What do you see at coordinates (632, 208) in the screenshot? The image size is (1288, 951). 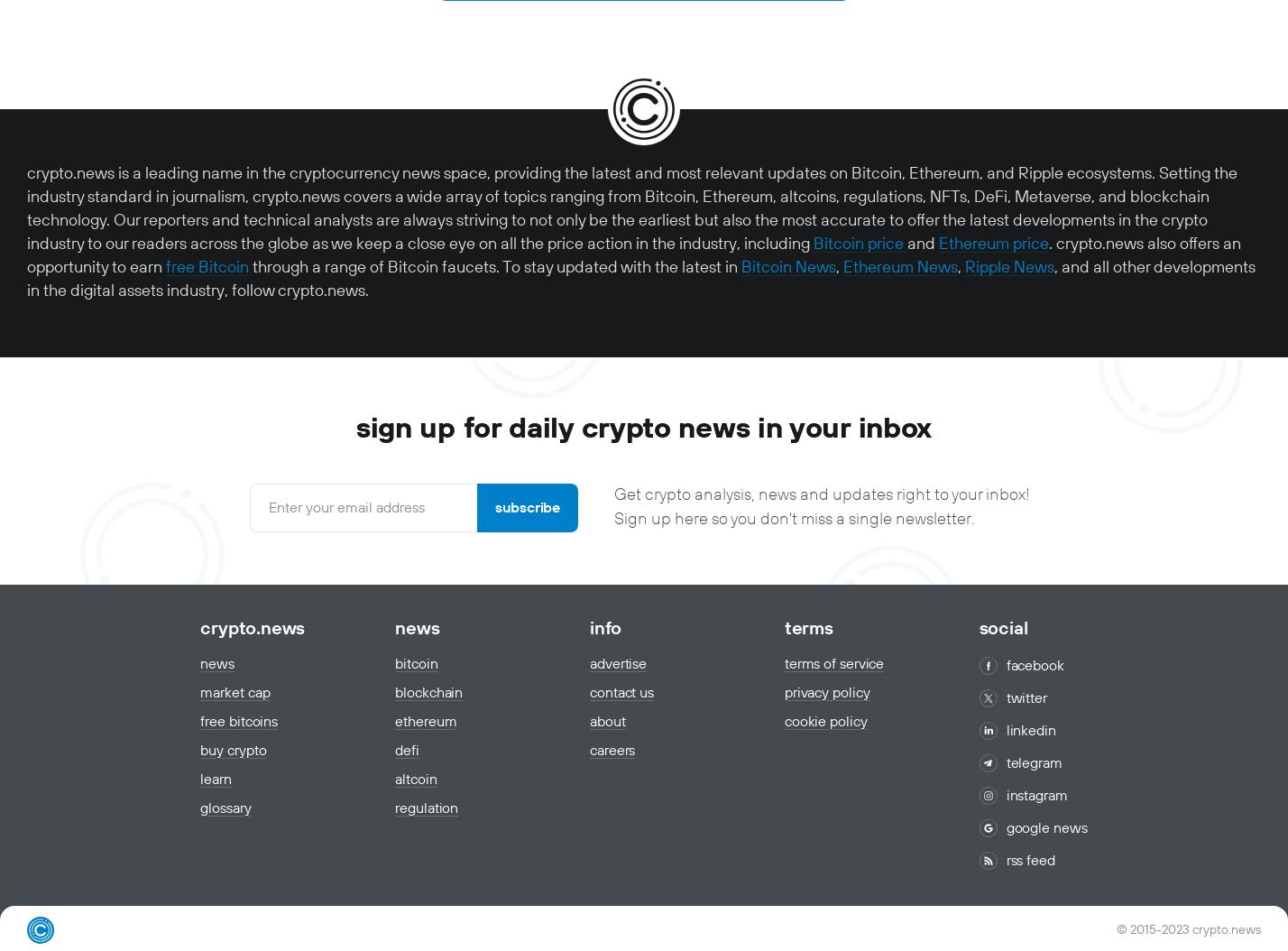 I see `'crypto.news is a leading name in the cryptocurrency news space, providing the latest and most relevant updates on Bitcoin, Ethereum, and Ripple ecosystems. Setting the industry standard in journalism, crypto.news covers a wide array of topics ranging from Bitcoin, Ethereum, altcoins, regulations, NFTs, DeFi, Metaverse, and blockchain technology. Our reporters and technical analysts are always striving to not only be the earliest but also the most accurate to offer the latest developments in the crypto industry to our readers across the globe as we keep a close eye on all the price action in the industry, including'` at bounding box center [632, 208].